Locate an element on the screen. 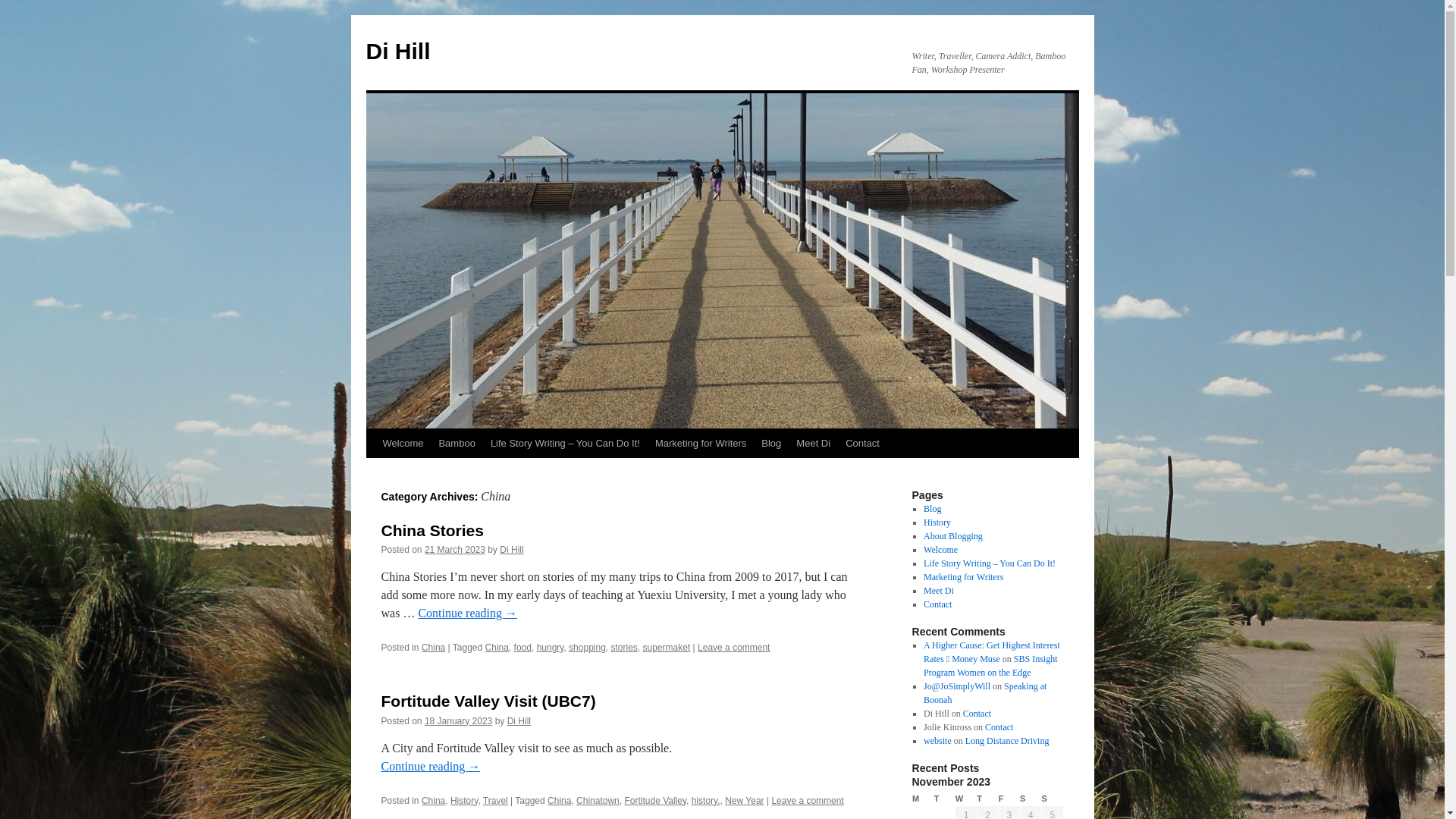 The image size is (1456, 819). 'Marketing for Writers' is located at coordinates (699, 444).